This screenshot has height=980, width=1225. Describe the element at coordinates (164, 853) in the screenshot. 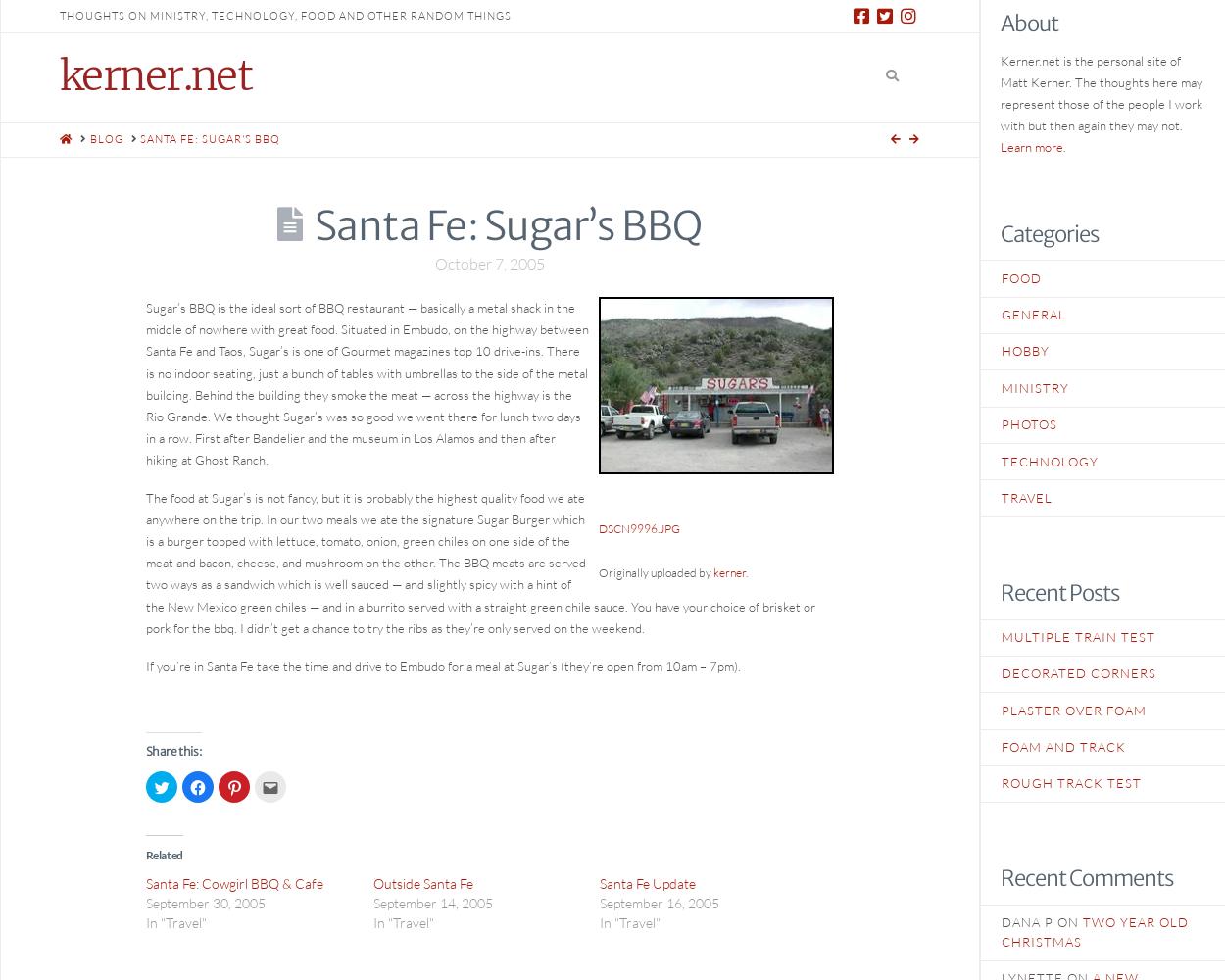

I see `'Related'` at that location.